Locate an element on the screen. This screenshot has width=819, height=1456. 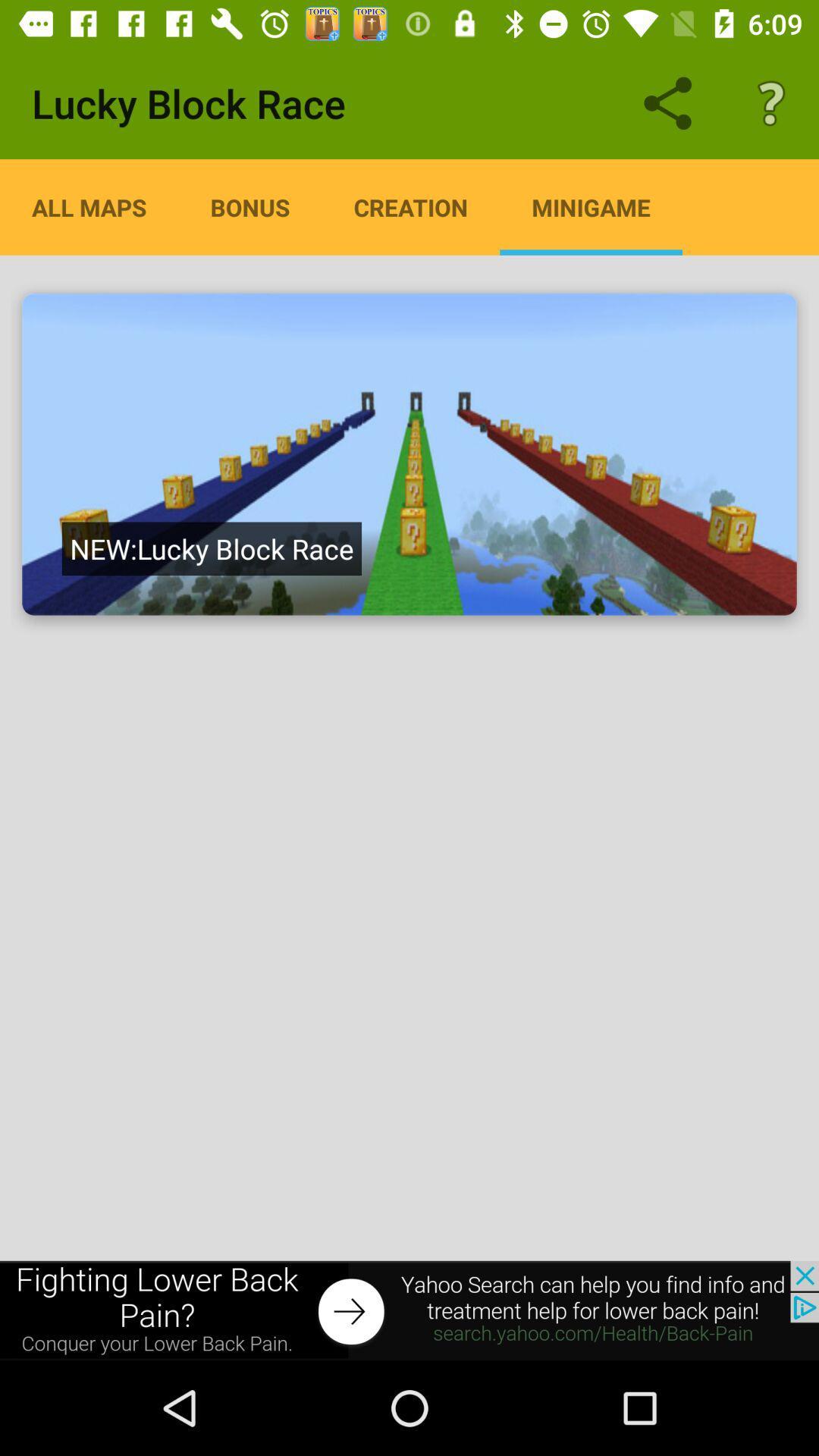
the text just right to bonus is located at coordinates (411, 206).